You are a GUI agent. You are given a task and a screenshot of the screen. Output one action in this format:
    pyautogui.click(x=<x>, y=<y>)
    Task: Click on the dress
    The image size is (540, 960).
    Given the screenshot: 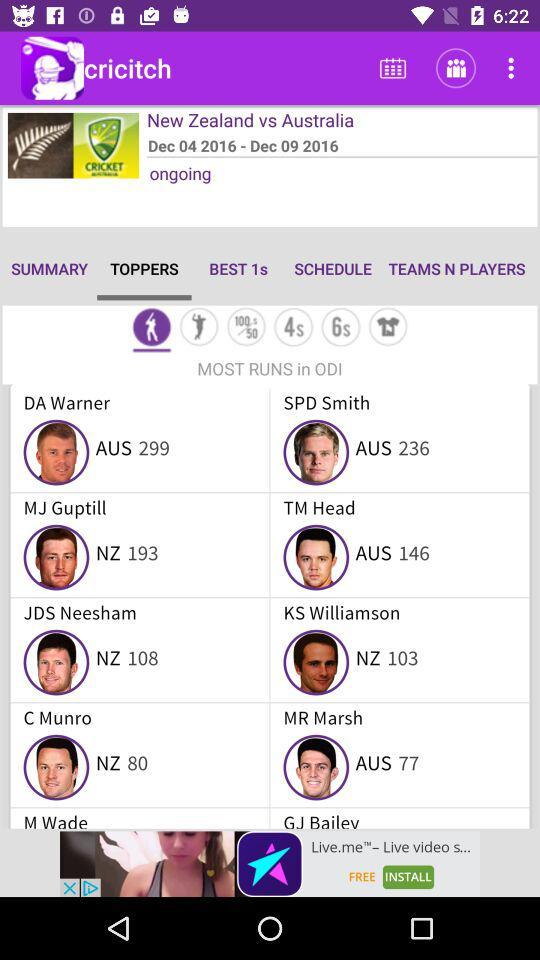 What is the action you would take?
    pyautogui.click(x=388, y=329)
    